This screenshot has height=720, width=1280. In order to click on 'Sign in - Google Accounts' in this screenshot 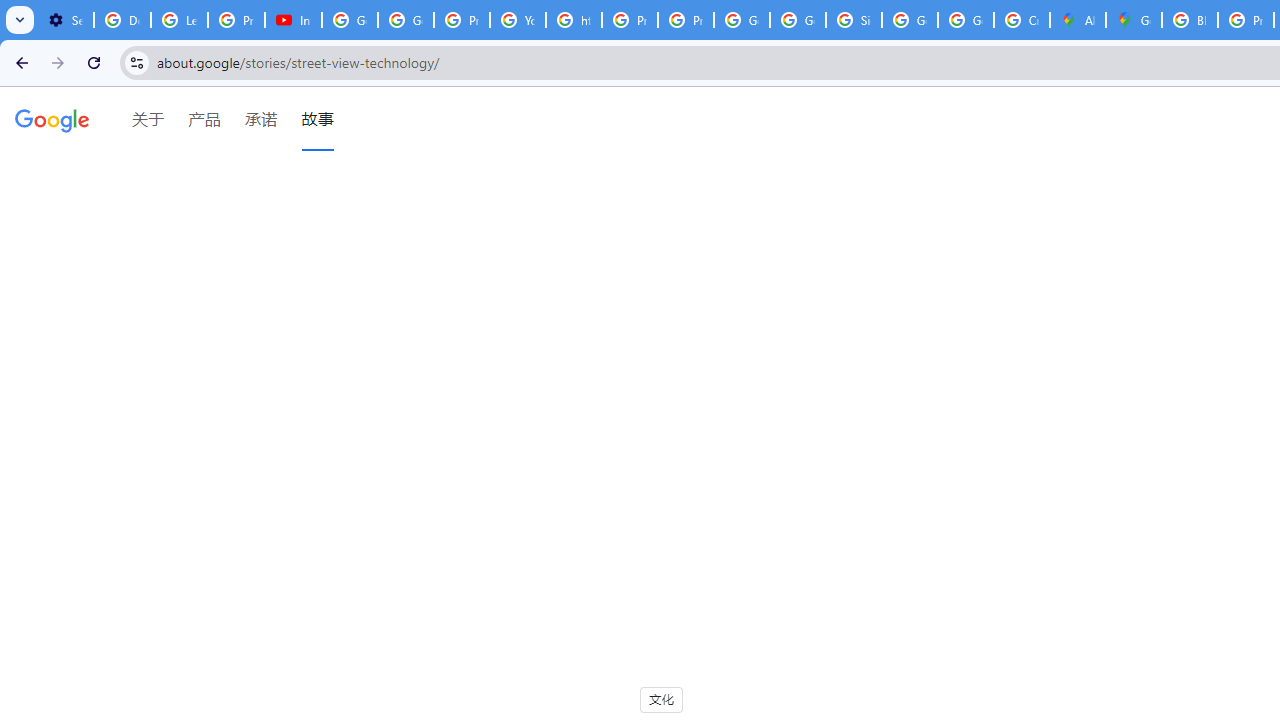, I will do `click(853, 20)`.